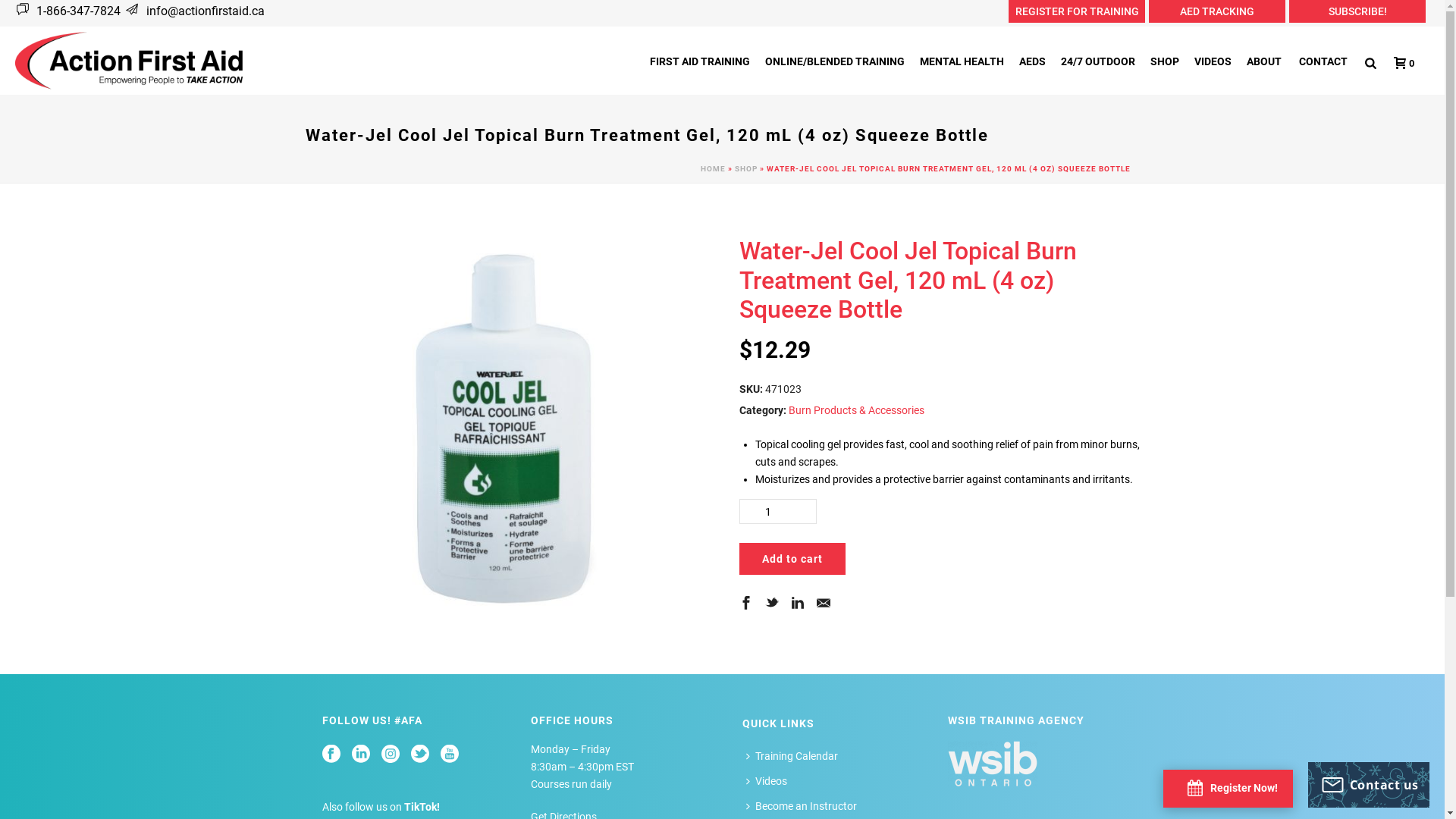 Image resolution: width=1456 pixels, height=819 pixels. Describe the element at coordinates (1321, 61) in the screenshot. I see `' CONTACT'` at that location.